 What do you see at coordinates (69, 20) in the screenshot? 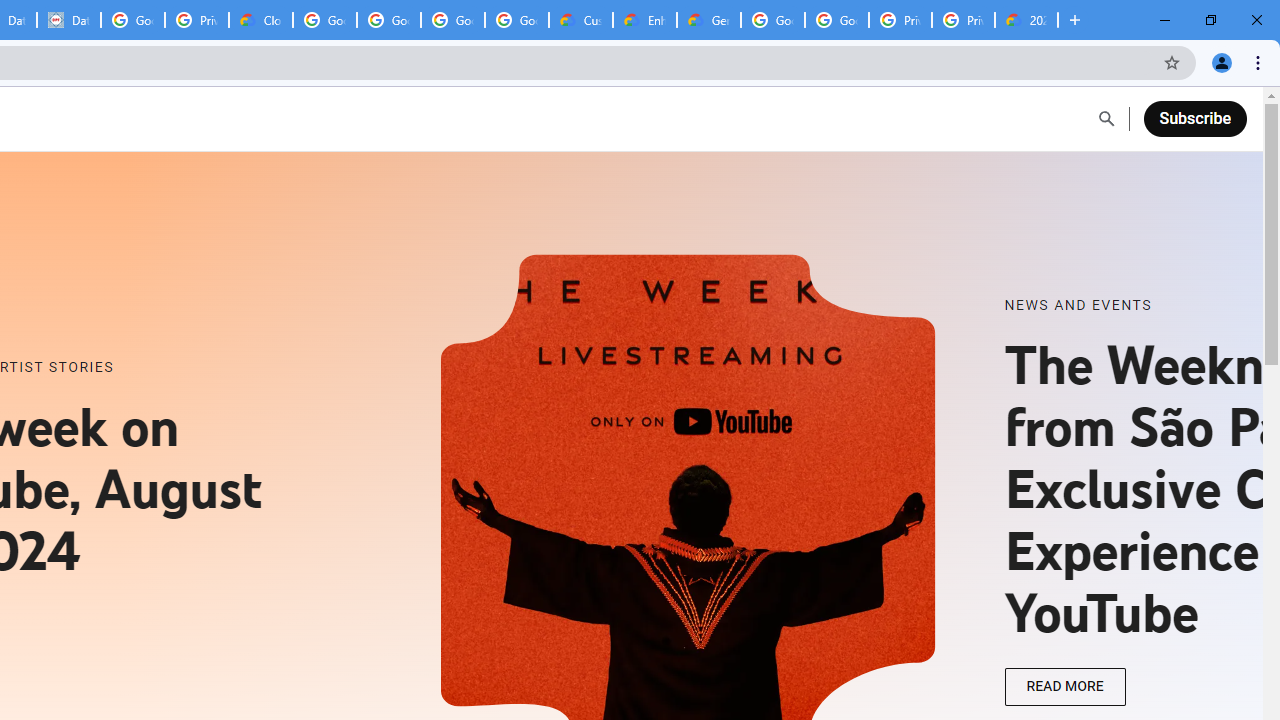
I see `'Data Privacy Framework'` at bounding box center [69, 20].